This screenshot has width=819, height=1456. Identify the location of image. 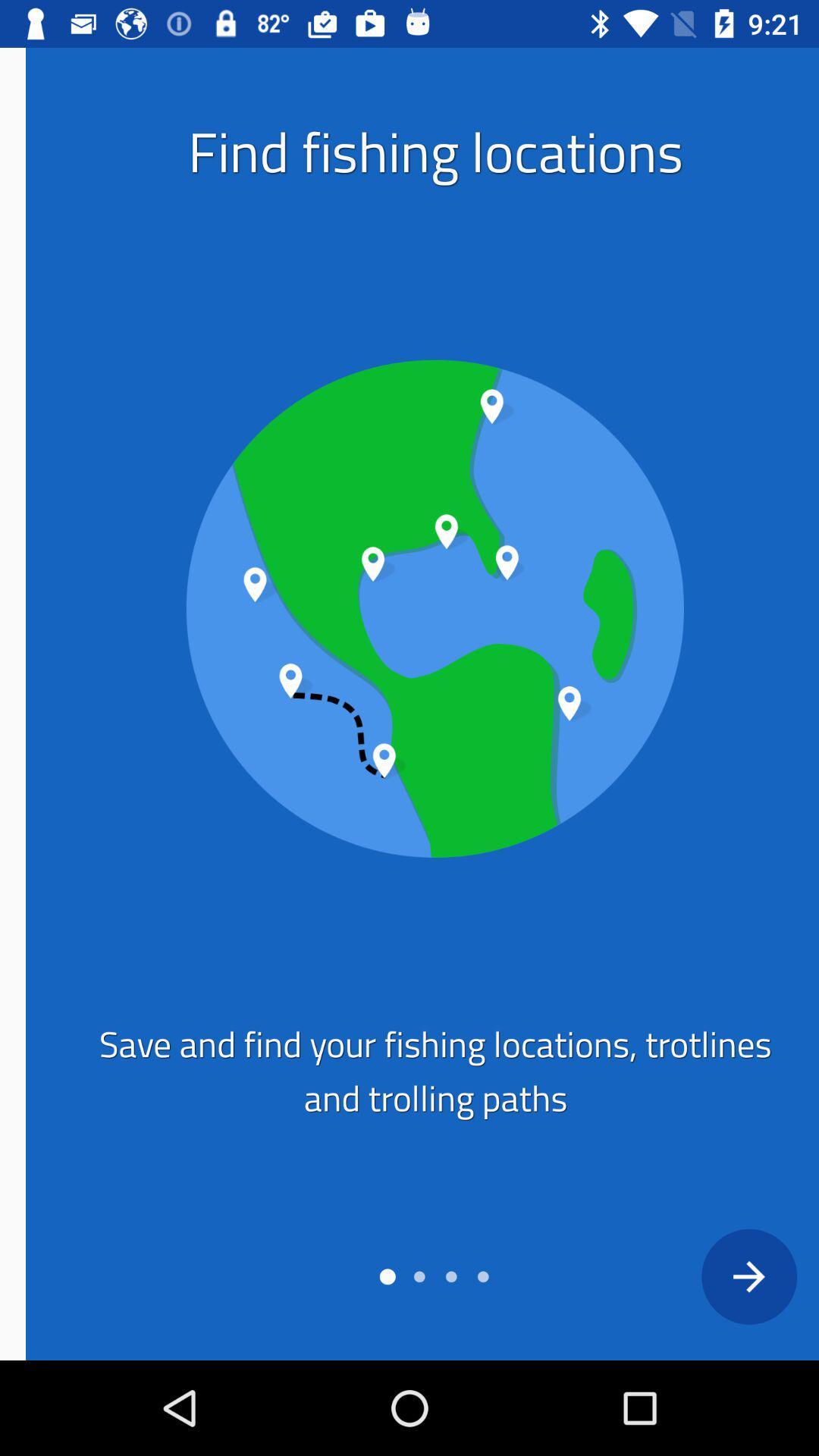
(408, 608).